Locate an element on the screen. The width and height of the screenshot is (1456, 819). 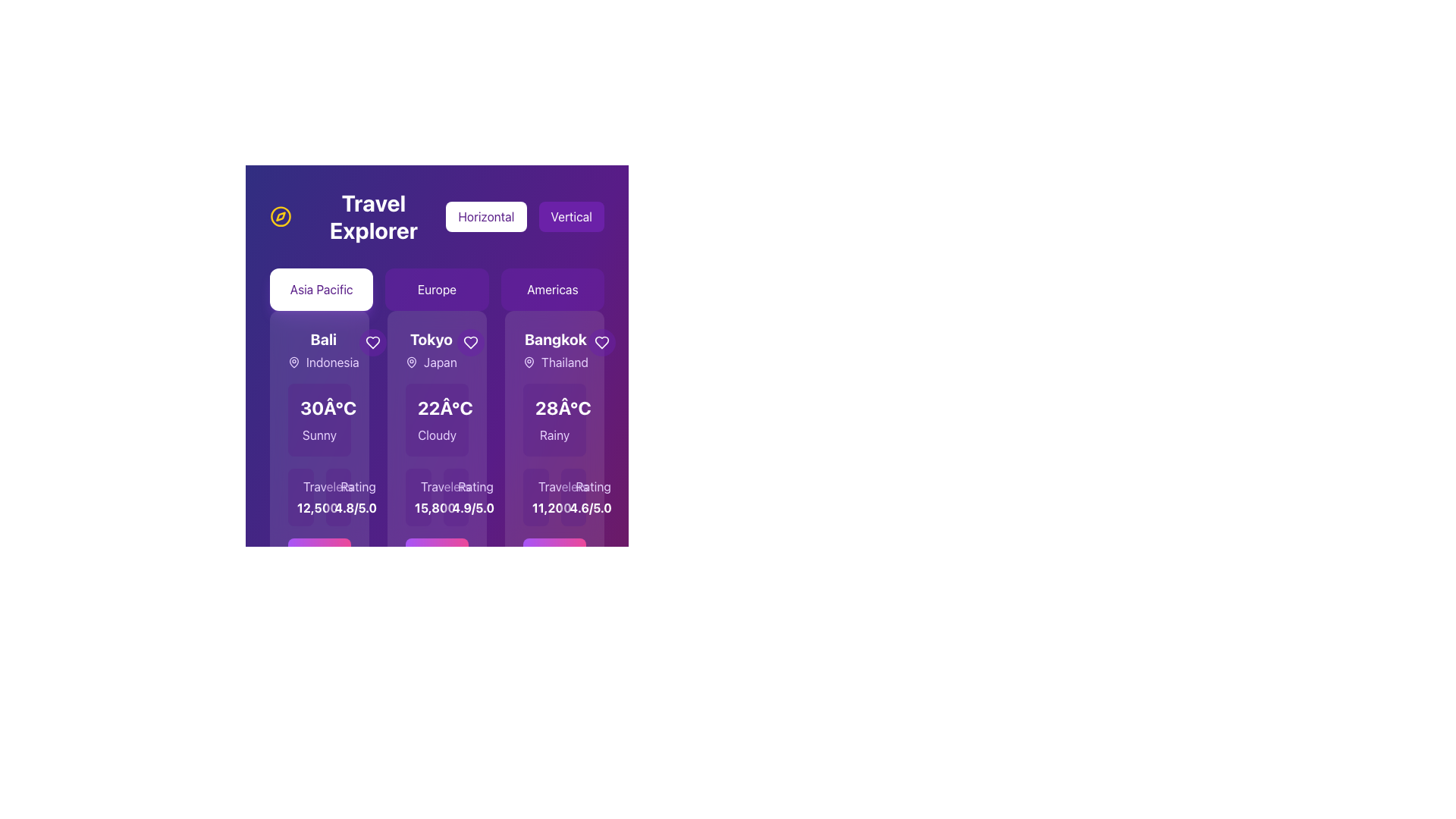
the 'Travelers' text label with a purple shade and user icon, located near the top of the second card in the travel information interface is located at coordinates (418, 486).